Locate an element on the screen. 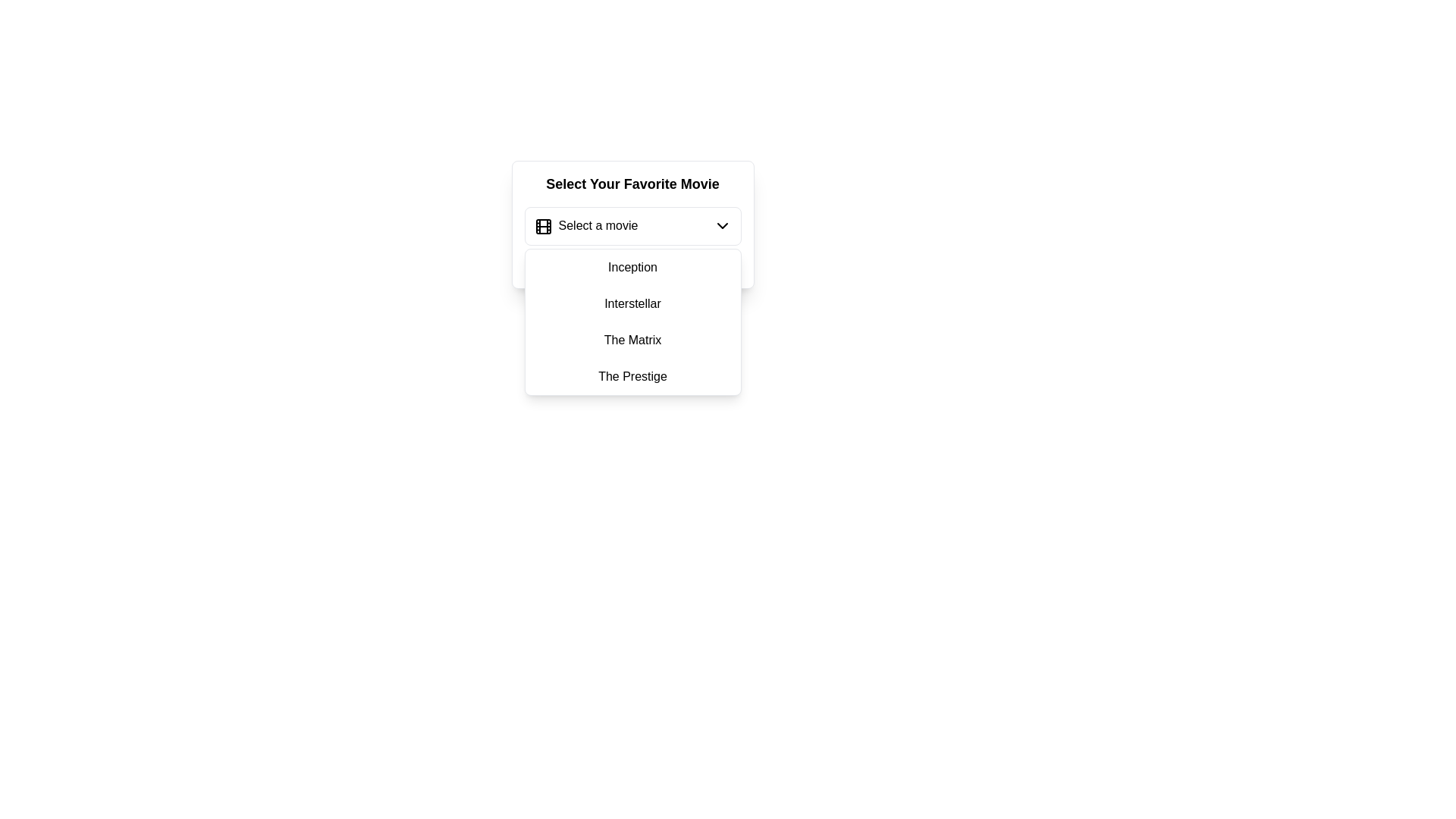  the Decorative Icon Component, which is a rectangular shape with rounded corners located at the top-left corner of a dropdown selection field, part of an SVG styled as a film reel is located at coordinates (543, 226).